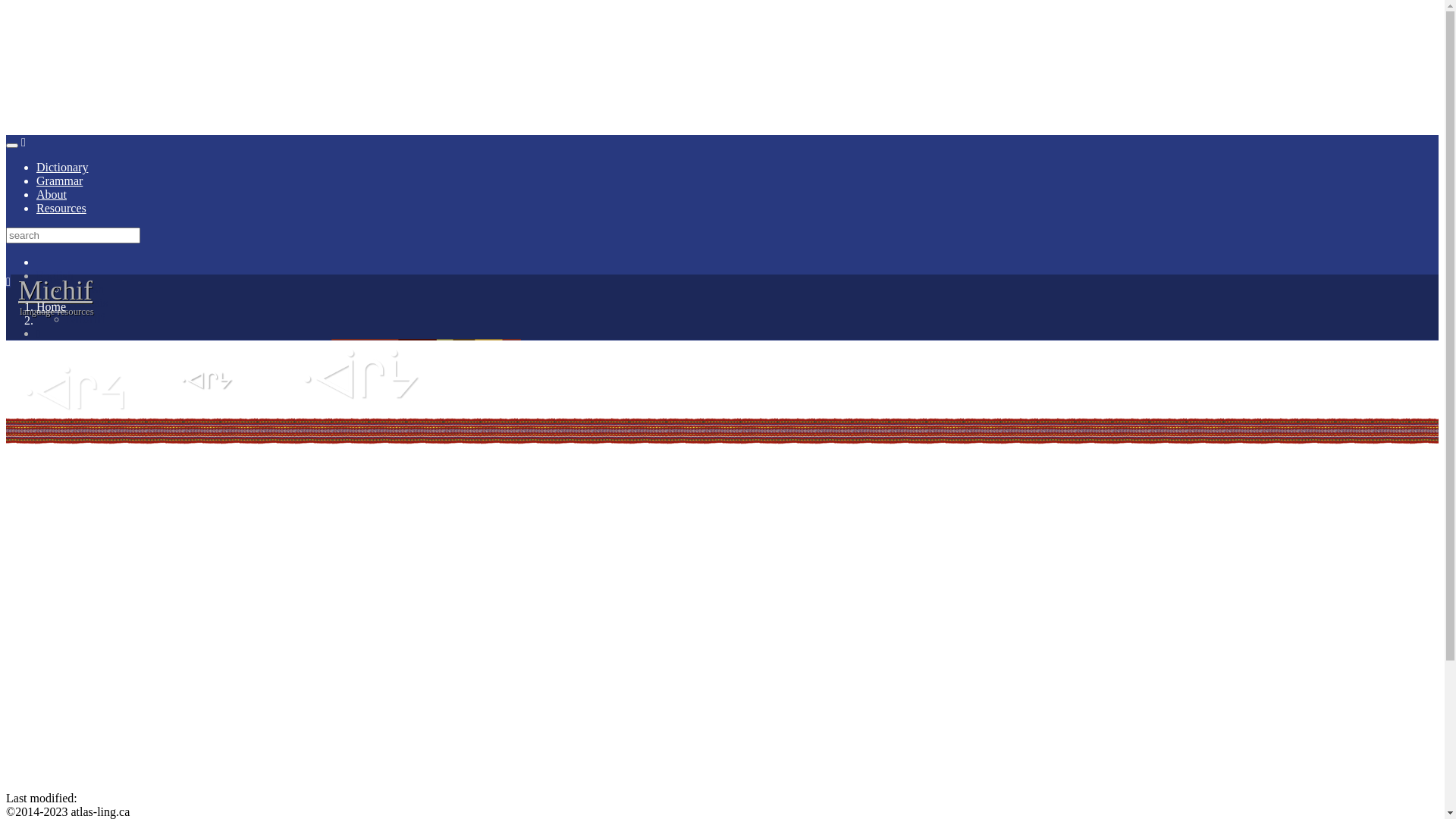  Describe the element at coordinates (51, 306) in the screenshot. I see `'Home'` at that location.